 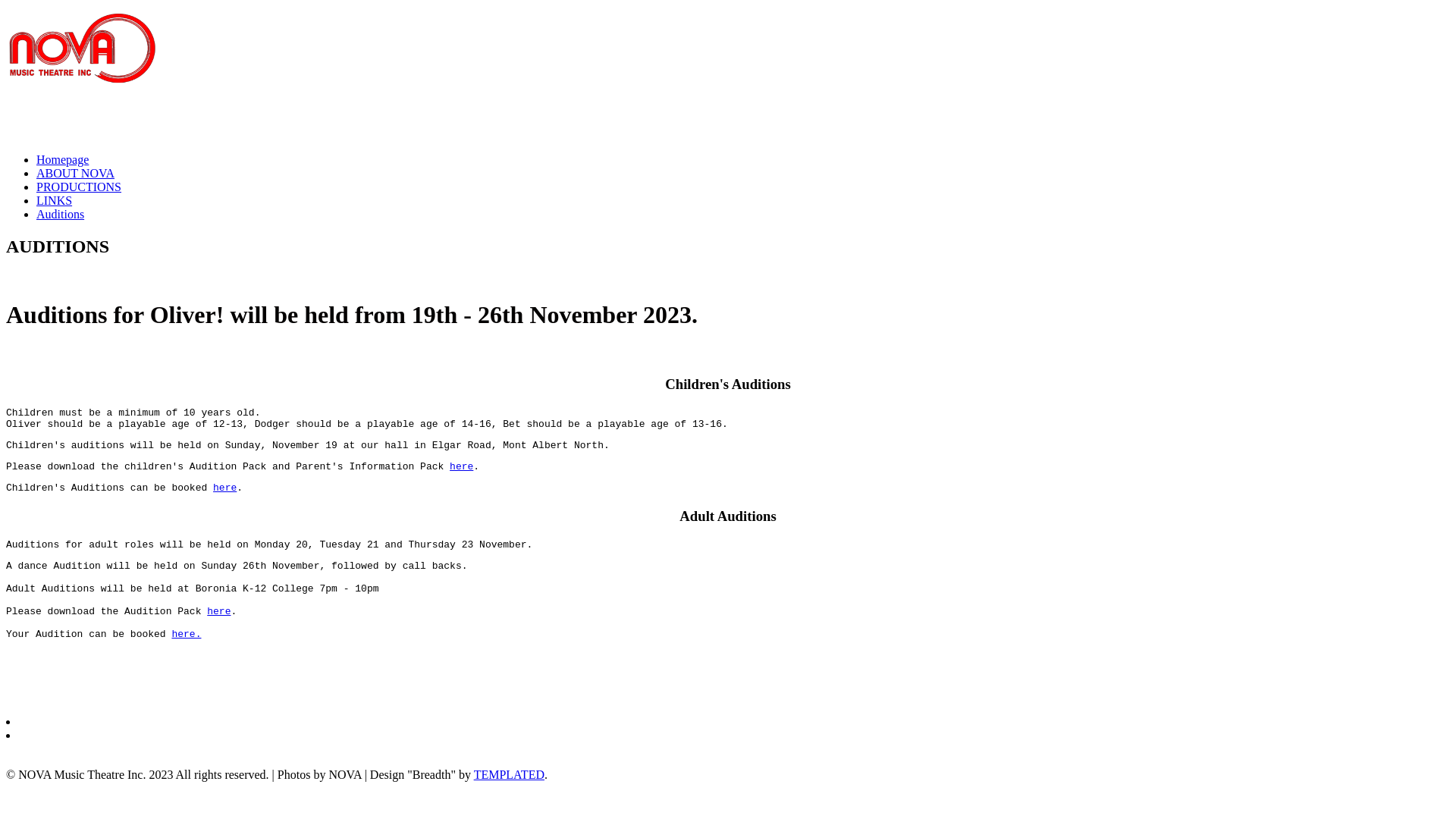 What do you see at coordinates (54, 199) in the screenshot?
I see `'LINKS'` at bounding box center [54, 199].